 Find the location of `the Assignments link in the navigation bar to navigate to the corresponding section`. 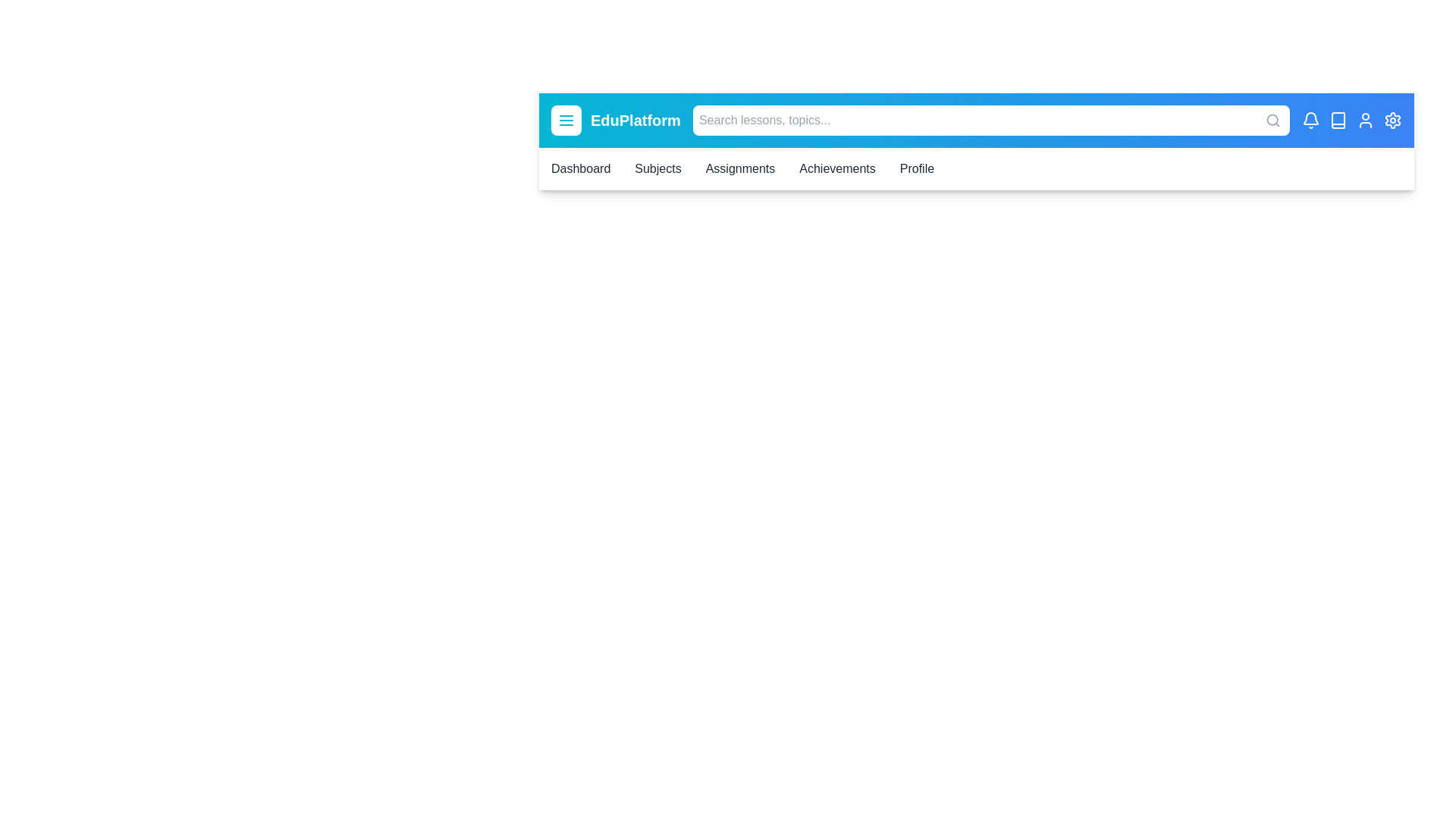

the Assignments link in the navigation bar to navigate to the corresponding section is located at coordinates (739, 169).